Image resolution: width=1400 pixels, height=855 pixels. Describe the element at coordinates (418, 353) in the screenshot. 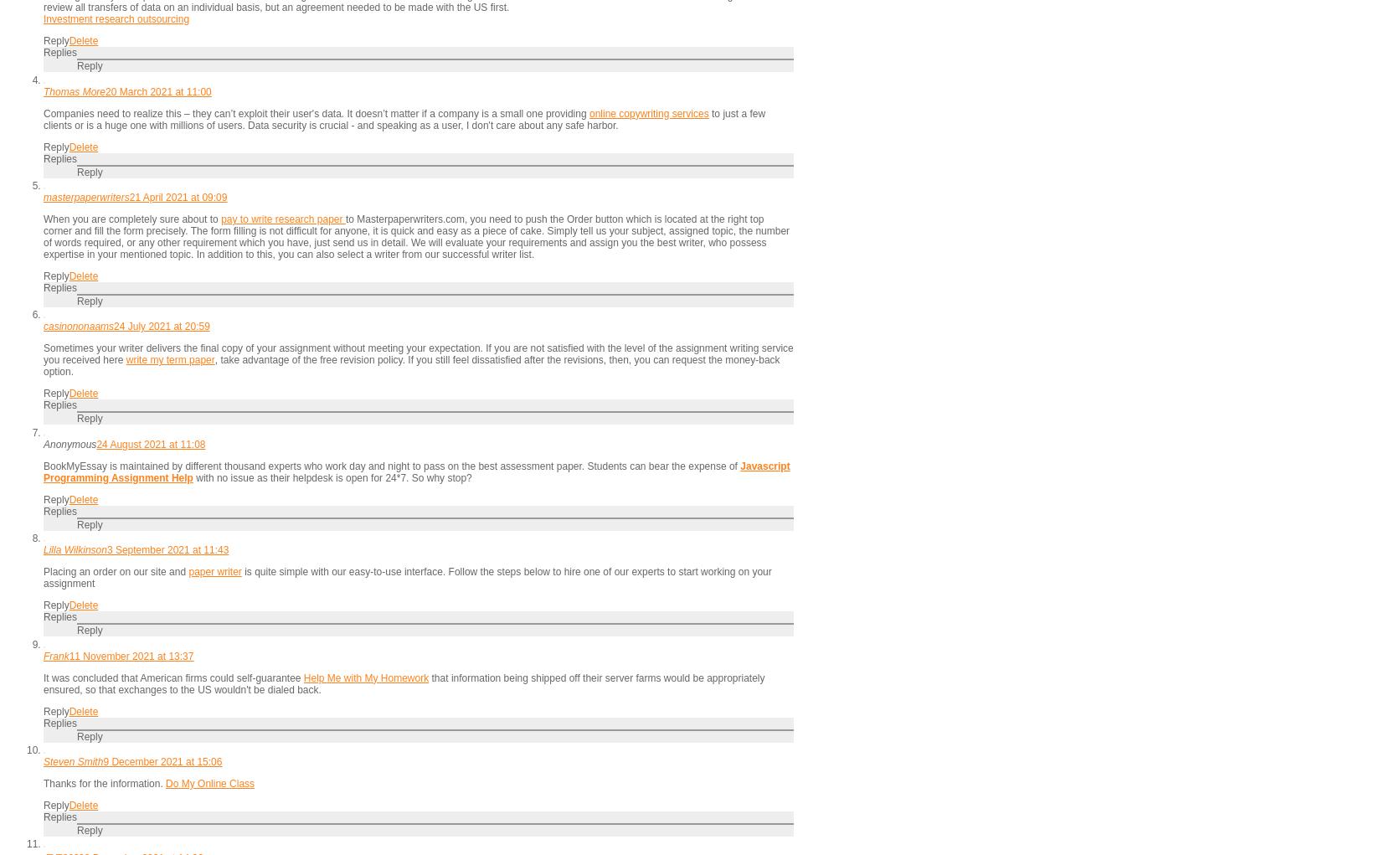

I see `'Sometimes your writer delivers the final copy of your assignment without meeting your expectation. If you are not satisfied with the level of the assignment writing service you received here'` at that location.